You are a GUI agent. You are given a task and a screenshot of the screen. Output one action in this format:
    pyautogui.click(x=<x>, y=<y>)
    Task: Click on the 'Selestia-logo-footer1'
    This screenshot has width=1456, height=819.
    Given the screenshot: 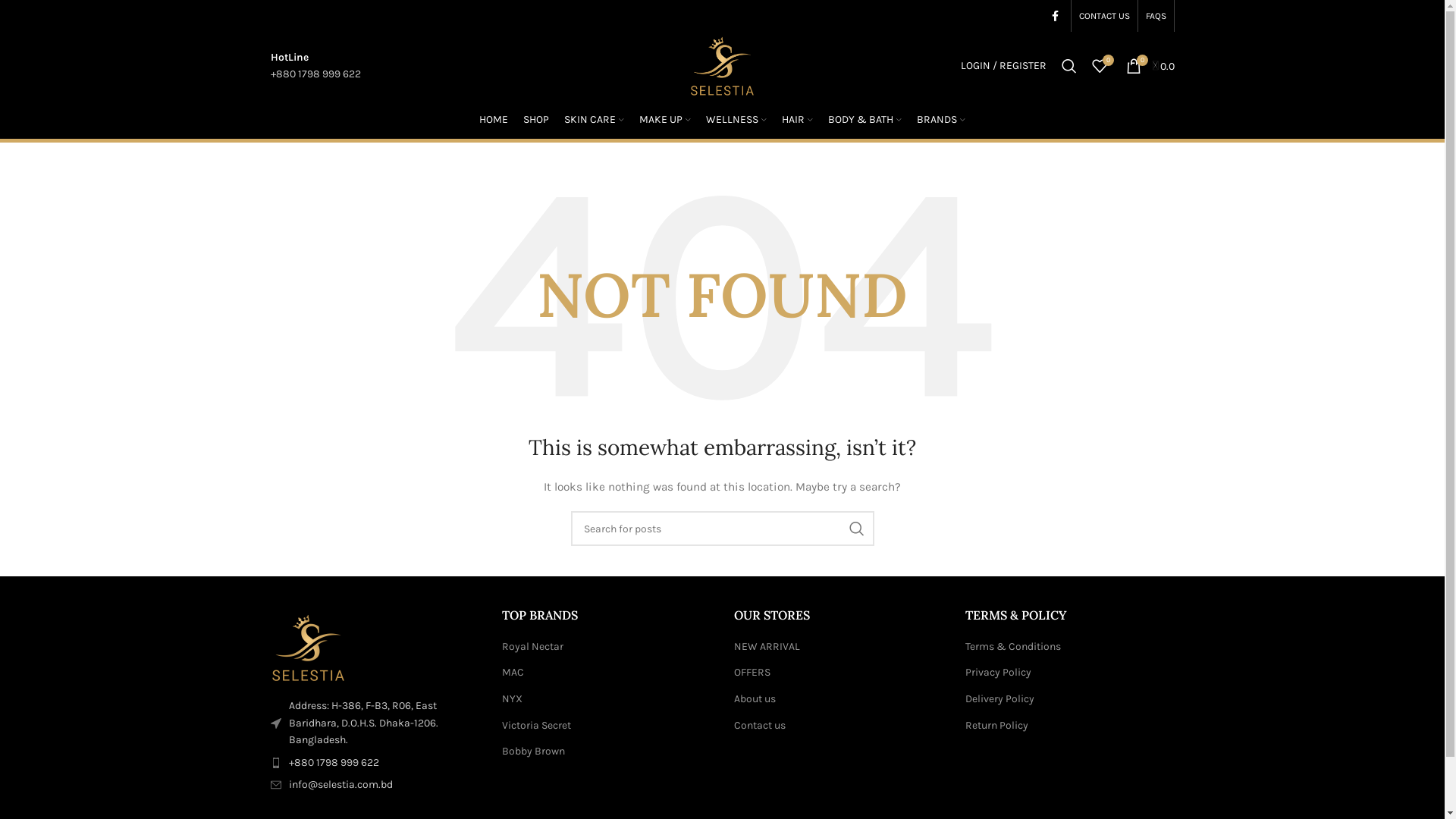 What is the action you would take?
    pyautogui.click(x=269, y=648)
    